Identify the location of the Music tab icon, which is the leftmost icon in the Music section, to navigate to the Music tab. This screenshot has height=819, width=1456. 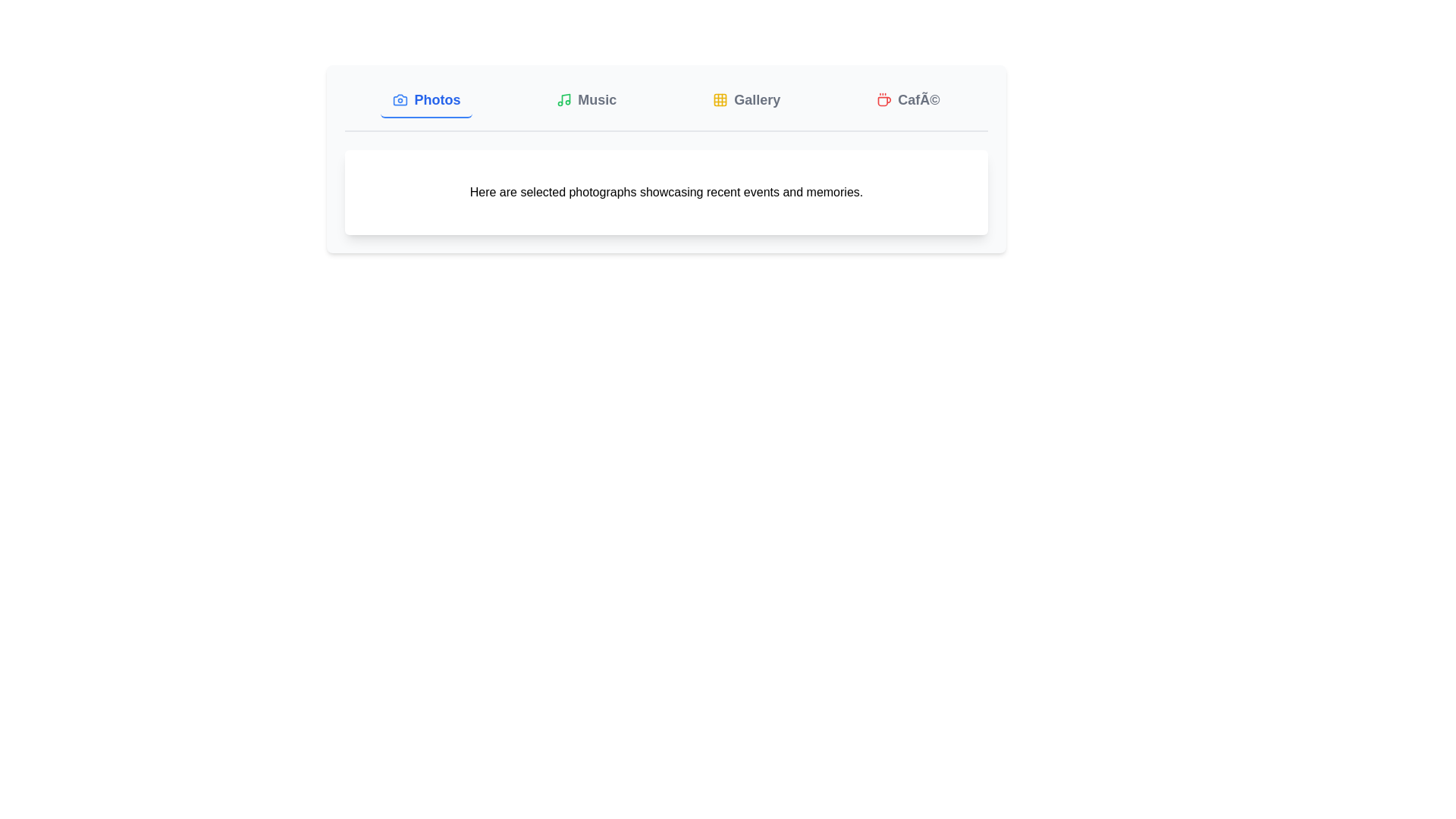
(563, 99).